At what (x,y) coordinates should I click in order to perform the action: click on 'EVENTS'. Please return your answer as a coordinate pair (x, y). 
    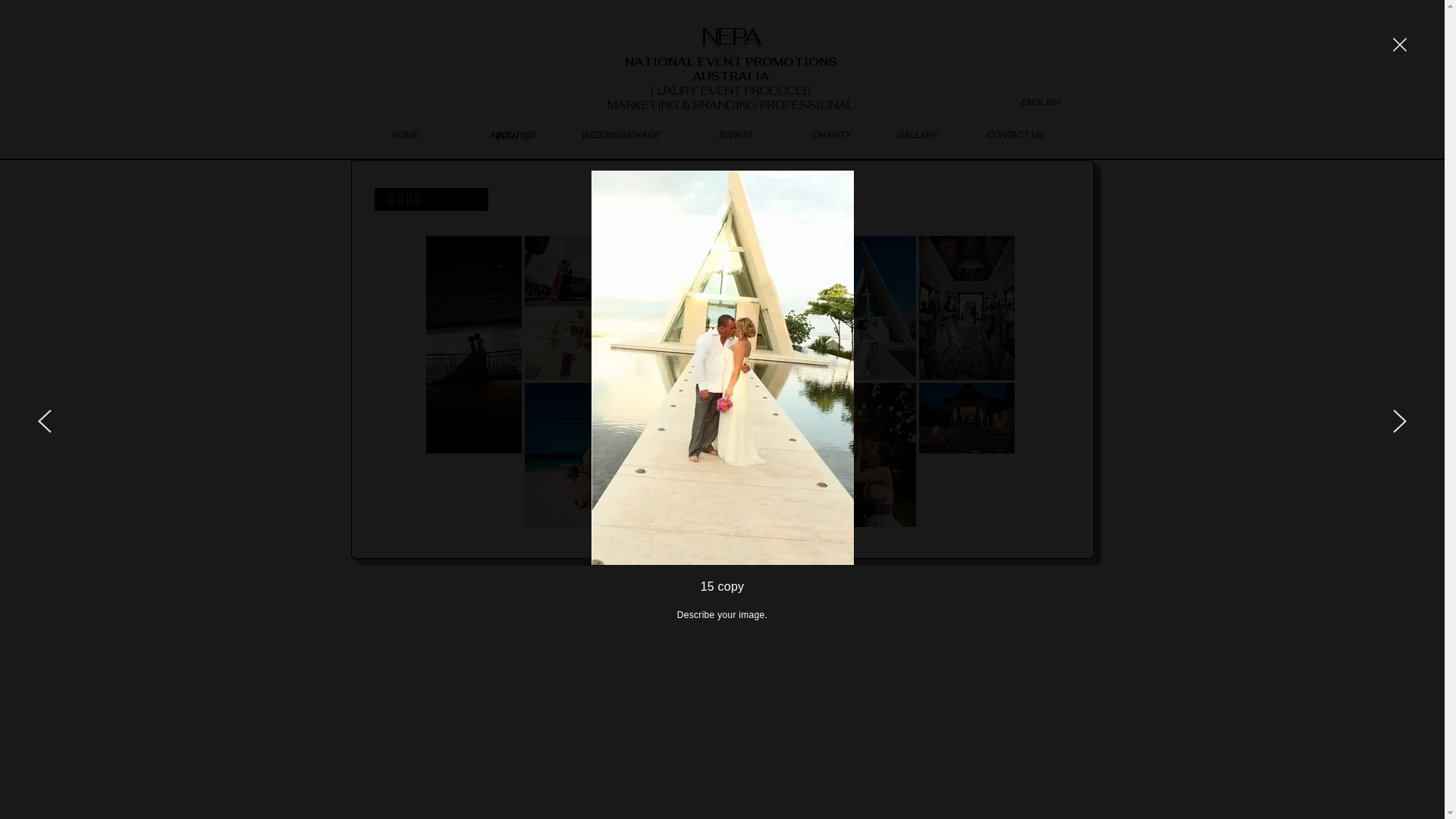
    Looking at the image, I should click on (735, 133).